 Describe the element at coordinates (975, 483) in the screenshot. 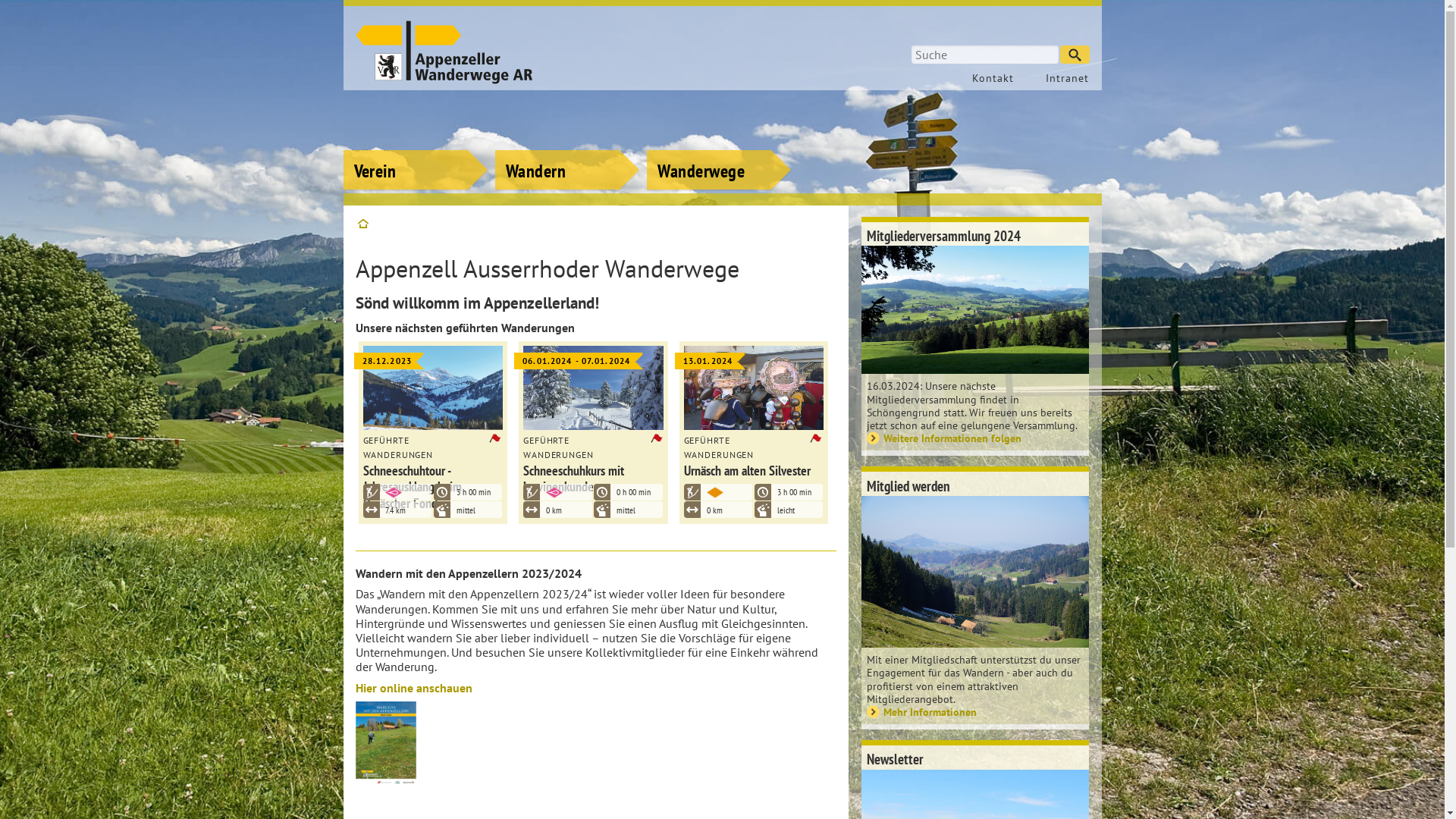

I see `'Mitglied werden'` at that location.